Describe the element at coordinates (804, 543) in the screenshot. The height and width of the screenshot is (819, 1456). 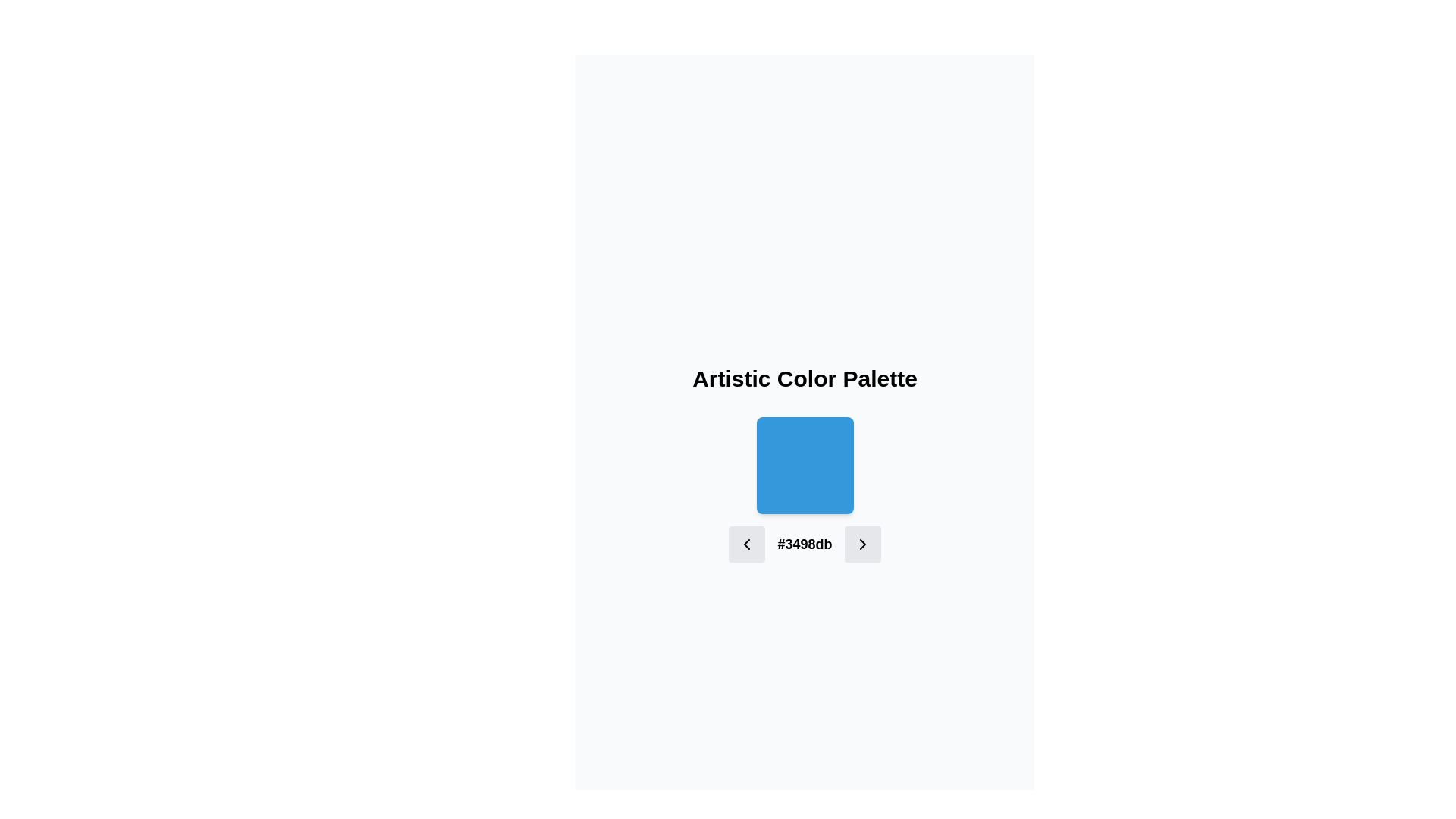
I see `the Text Label displaying the current color code in hexadecimal format, located at the bottom of the interface between the left-pointing and right-pointing arrows, below the blue square color sample` at that location.